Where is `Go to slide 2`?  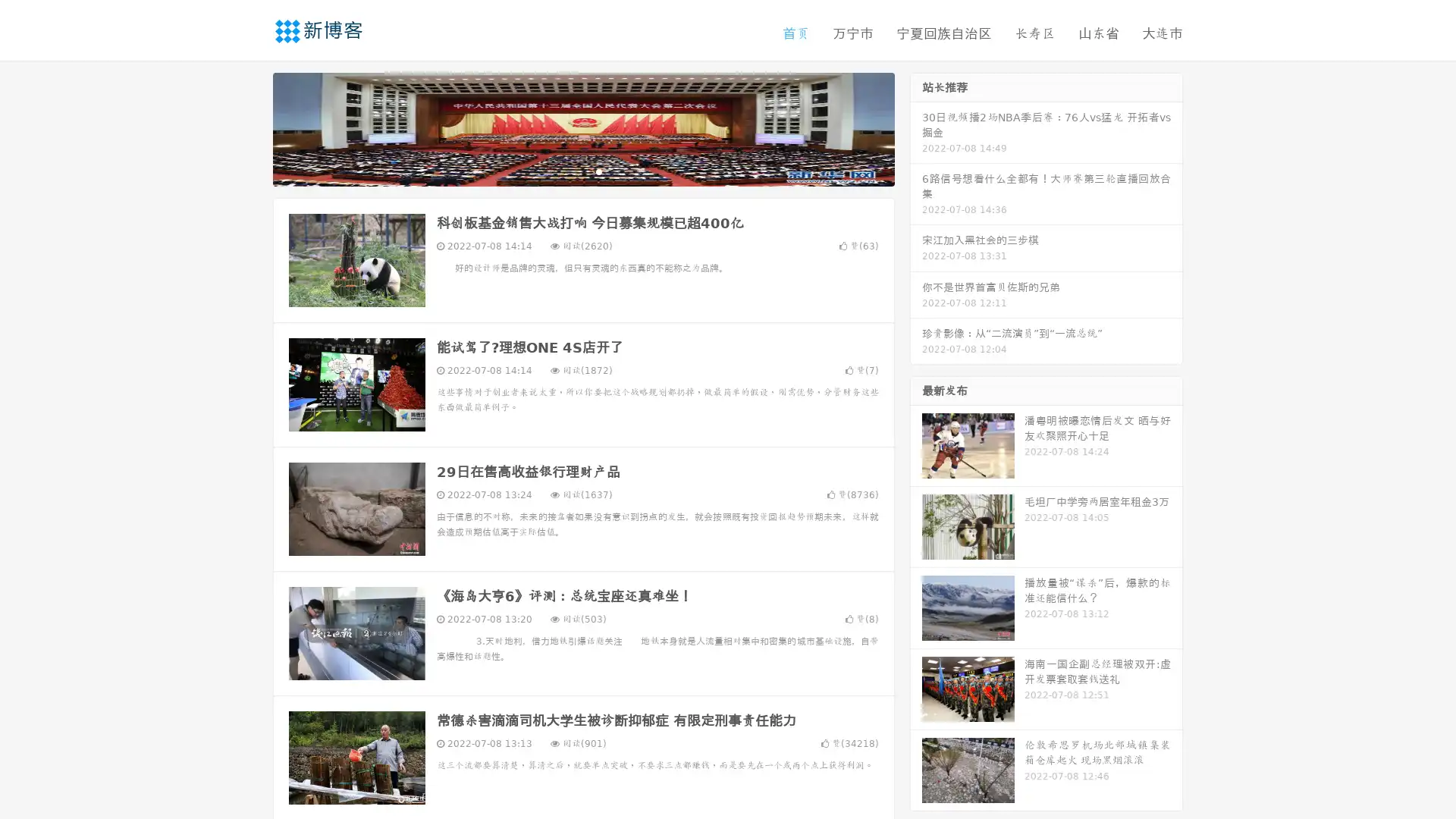 Go to slide 2 is located at coordinates (582, 171).